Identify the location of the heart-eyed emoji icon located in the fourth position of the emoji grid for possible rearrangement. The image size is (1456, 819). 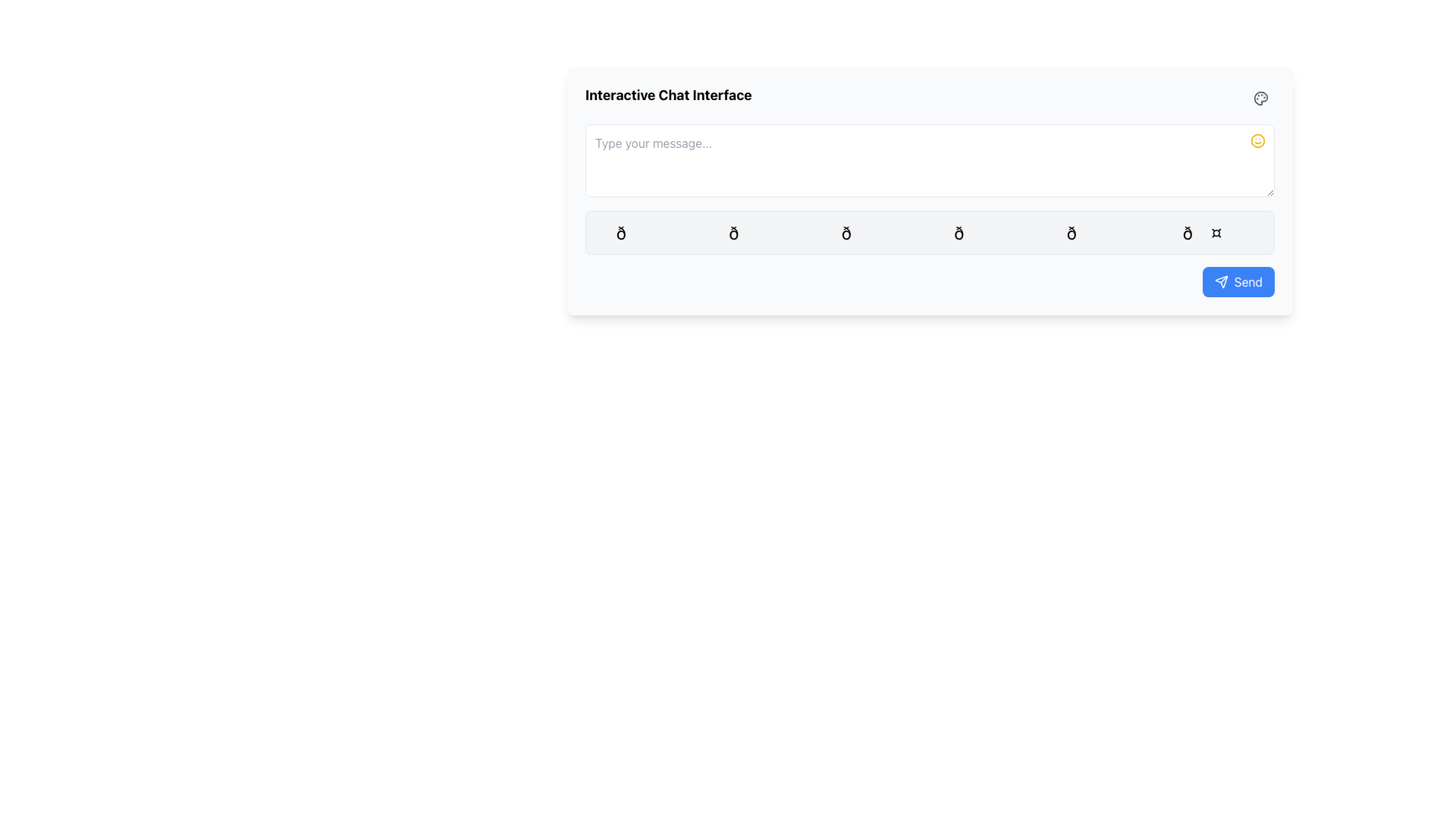
(986, 233).